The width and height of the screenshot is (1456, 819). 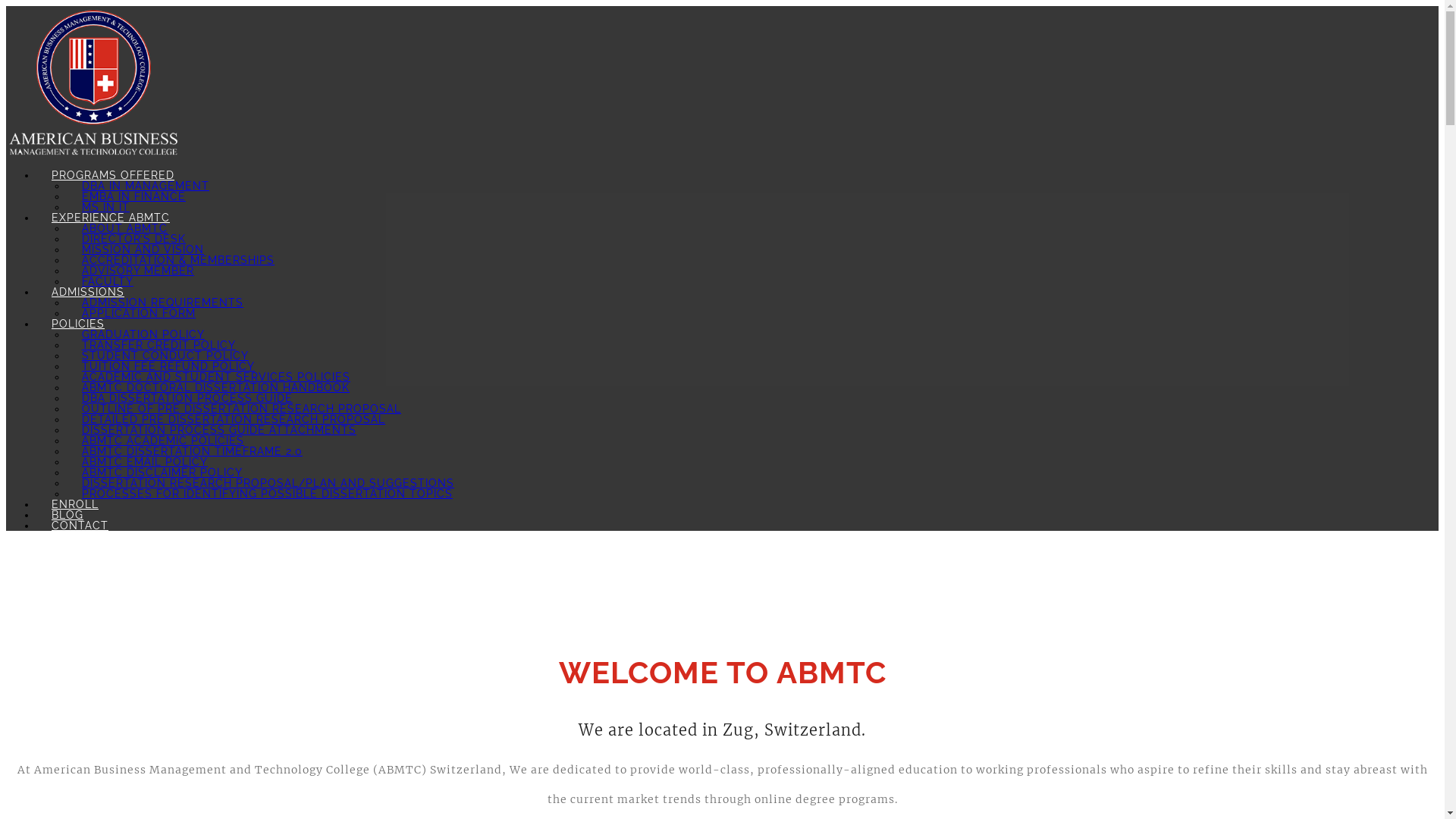 What do you see at coordinates (165, 356) in the screenshot?
I see `'STUDENT CONDUCT POLICY'` at bounding box center [165, 356].